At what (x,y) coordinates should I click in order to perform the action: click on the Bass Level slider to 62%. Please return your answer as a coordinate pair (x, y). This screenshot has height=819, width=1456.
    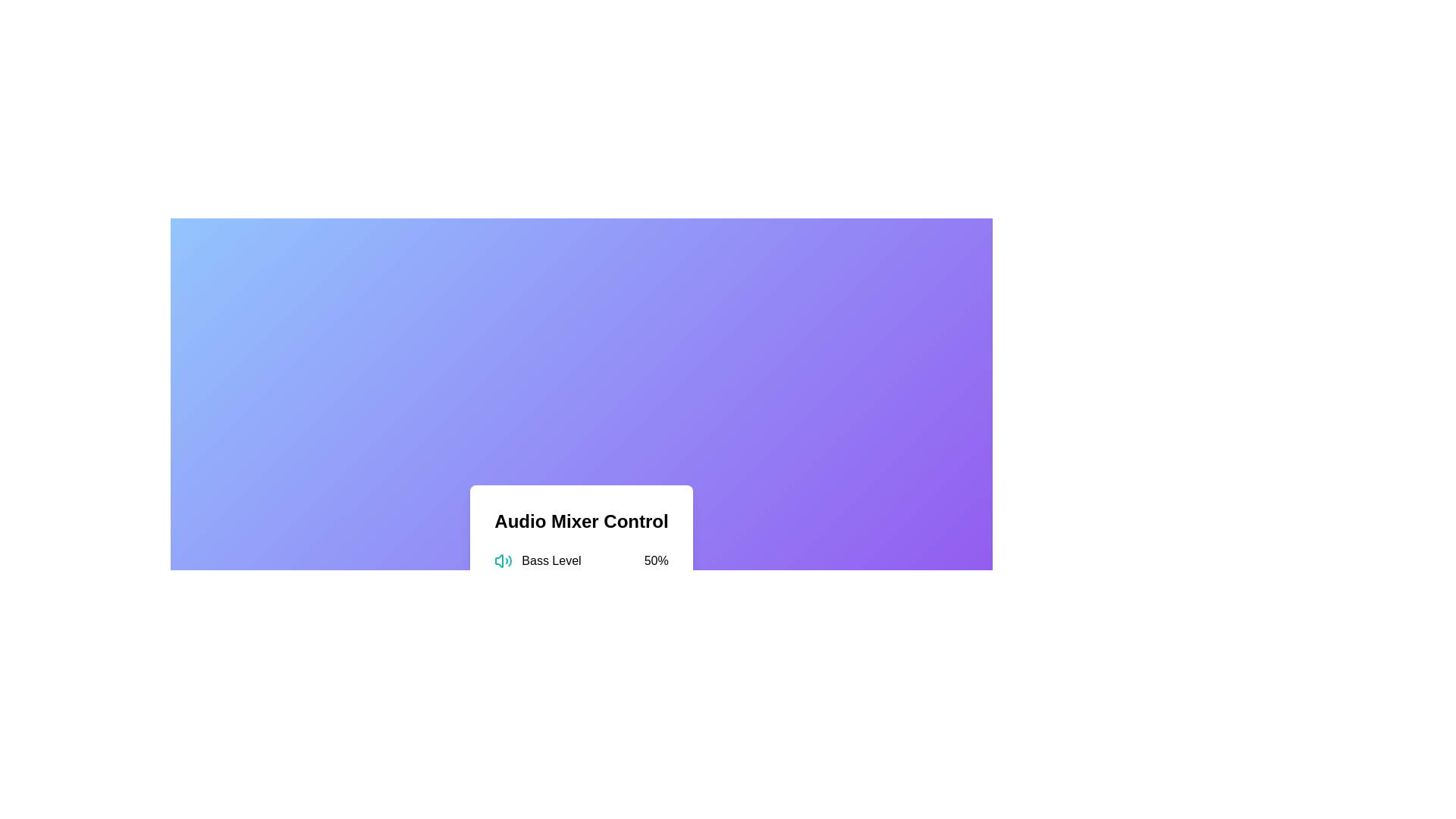
    Looking at the image, I should click on (601, 579).